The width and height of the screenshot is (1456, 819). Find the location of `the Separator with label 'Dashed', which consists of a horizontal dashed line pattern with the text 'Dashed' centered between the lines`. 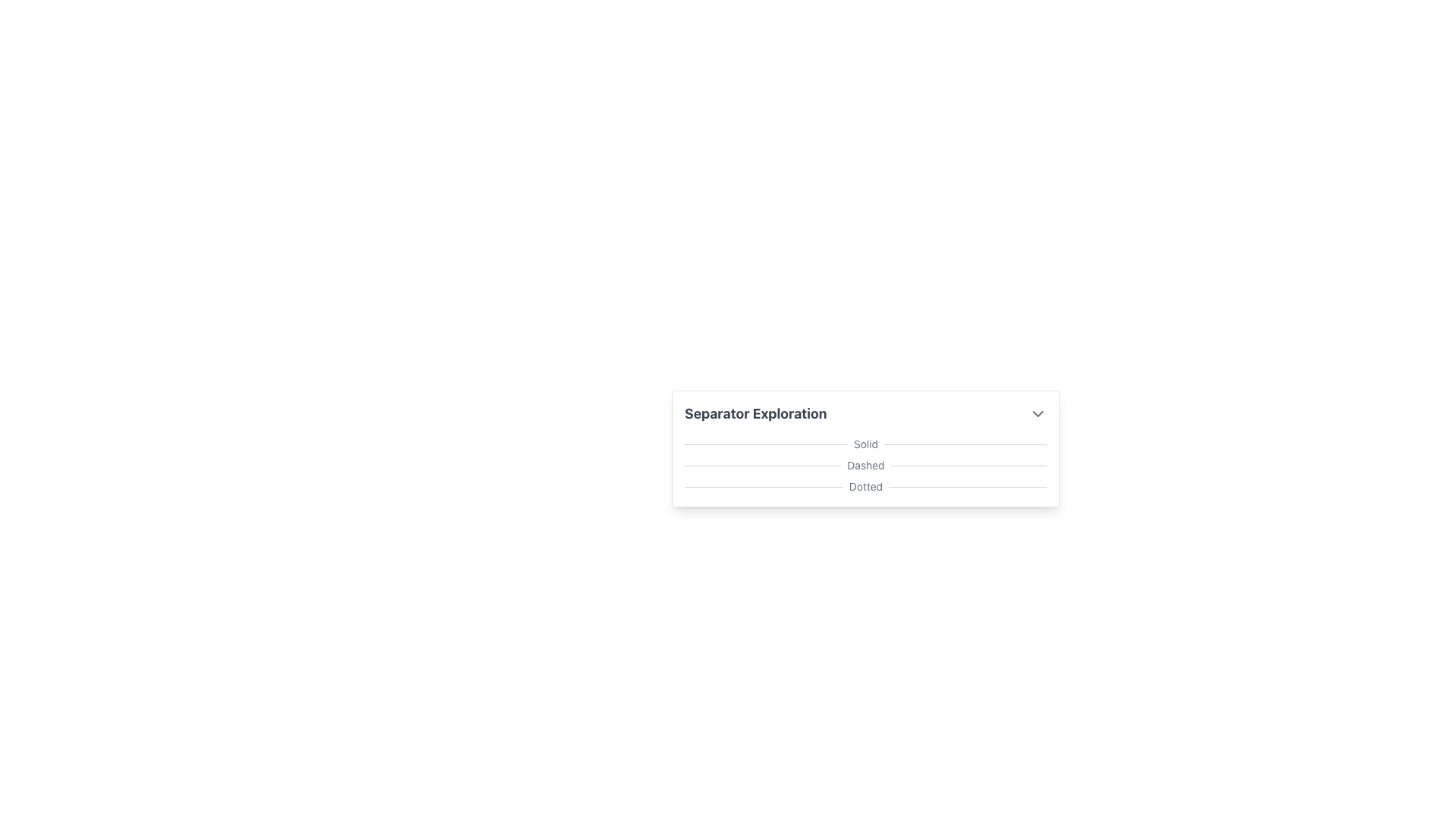

the Separator with label 'Dashed', which consists of a horizontal dashed line pattern with the text 'Dashed' centered between the lines is located at coordinates (866, 464).